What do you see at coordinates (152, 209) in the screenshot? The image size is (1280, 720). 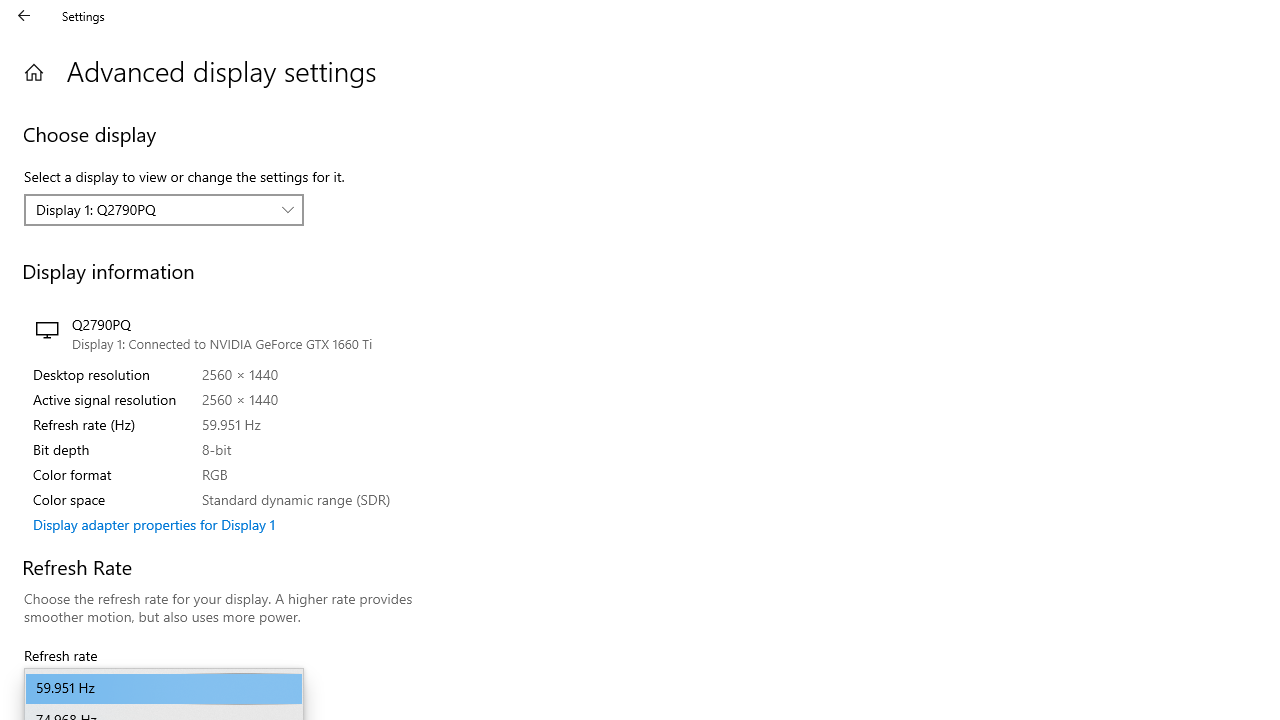 I see `'Display 1: Q2790PQ'` at bounding box center [152, 209].